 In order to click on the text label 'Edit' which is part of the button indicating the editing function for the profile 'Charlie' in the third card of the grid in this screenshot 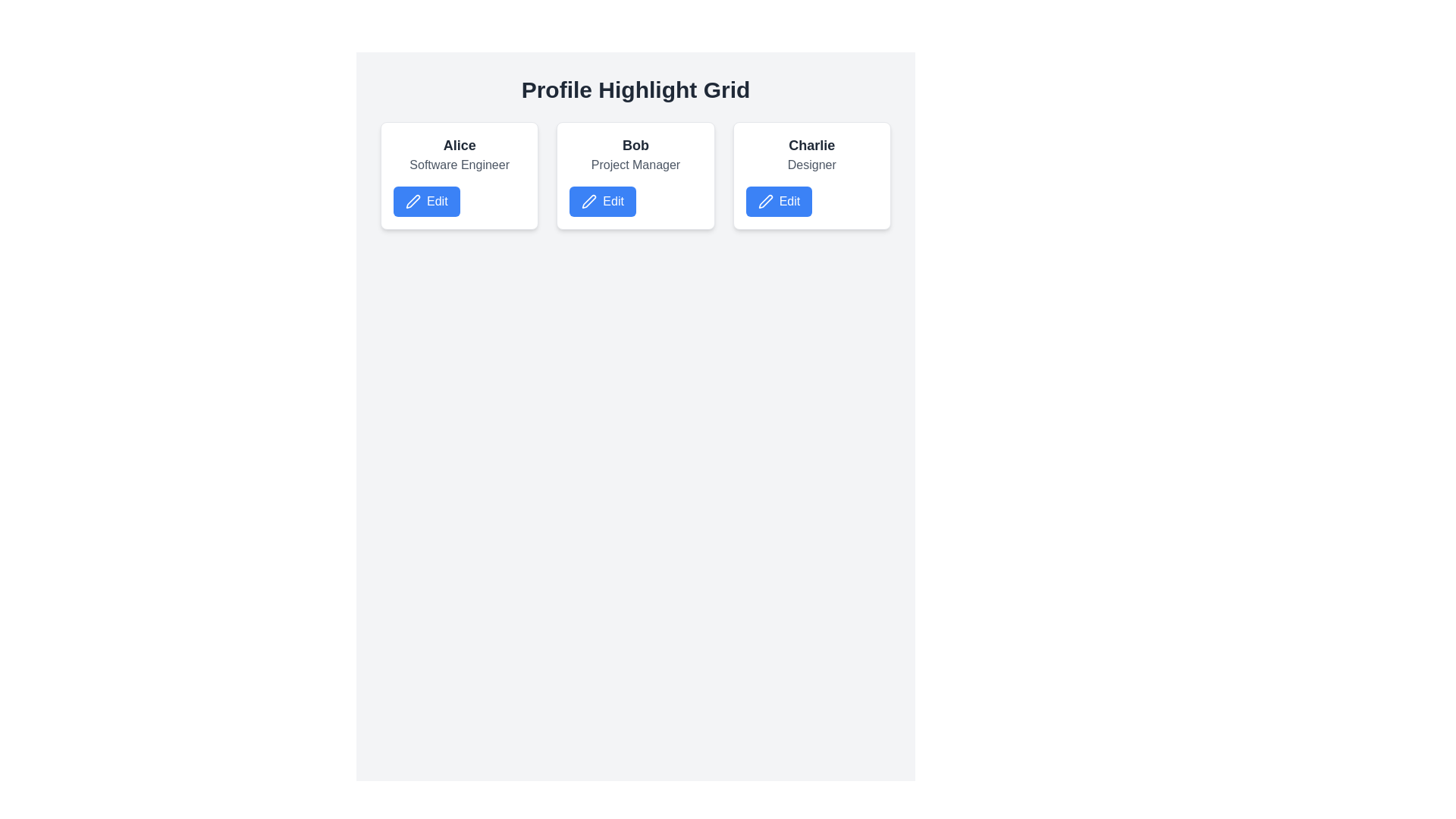, I will do `click(789, 201)`.